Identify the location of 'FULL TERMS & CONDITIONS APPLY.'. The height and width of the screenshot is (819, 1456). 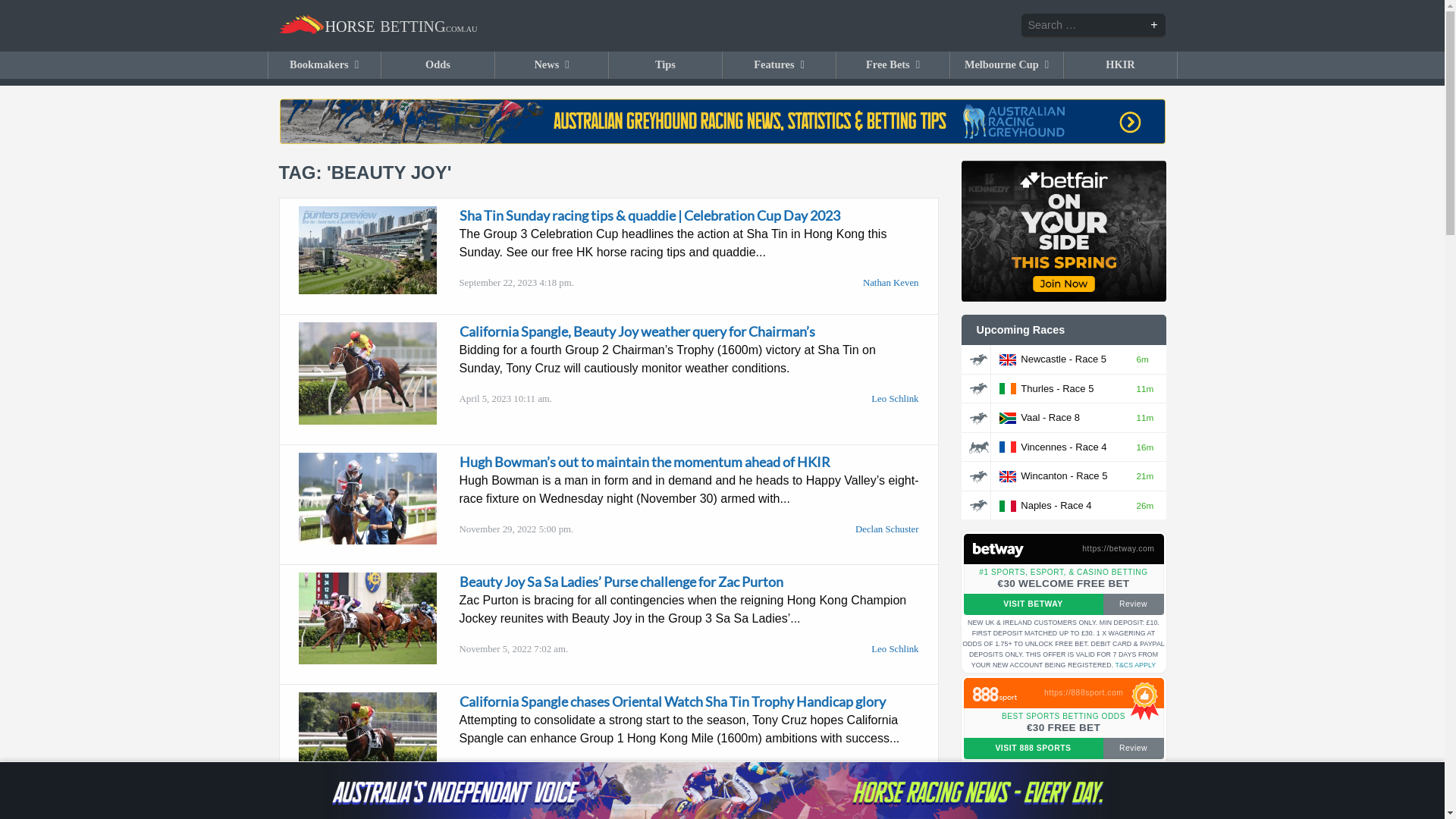
(1043, 657).